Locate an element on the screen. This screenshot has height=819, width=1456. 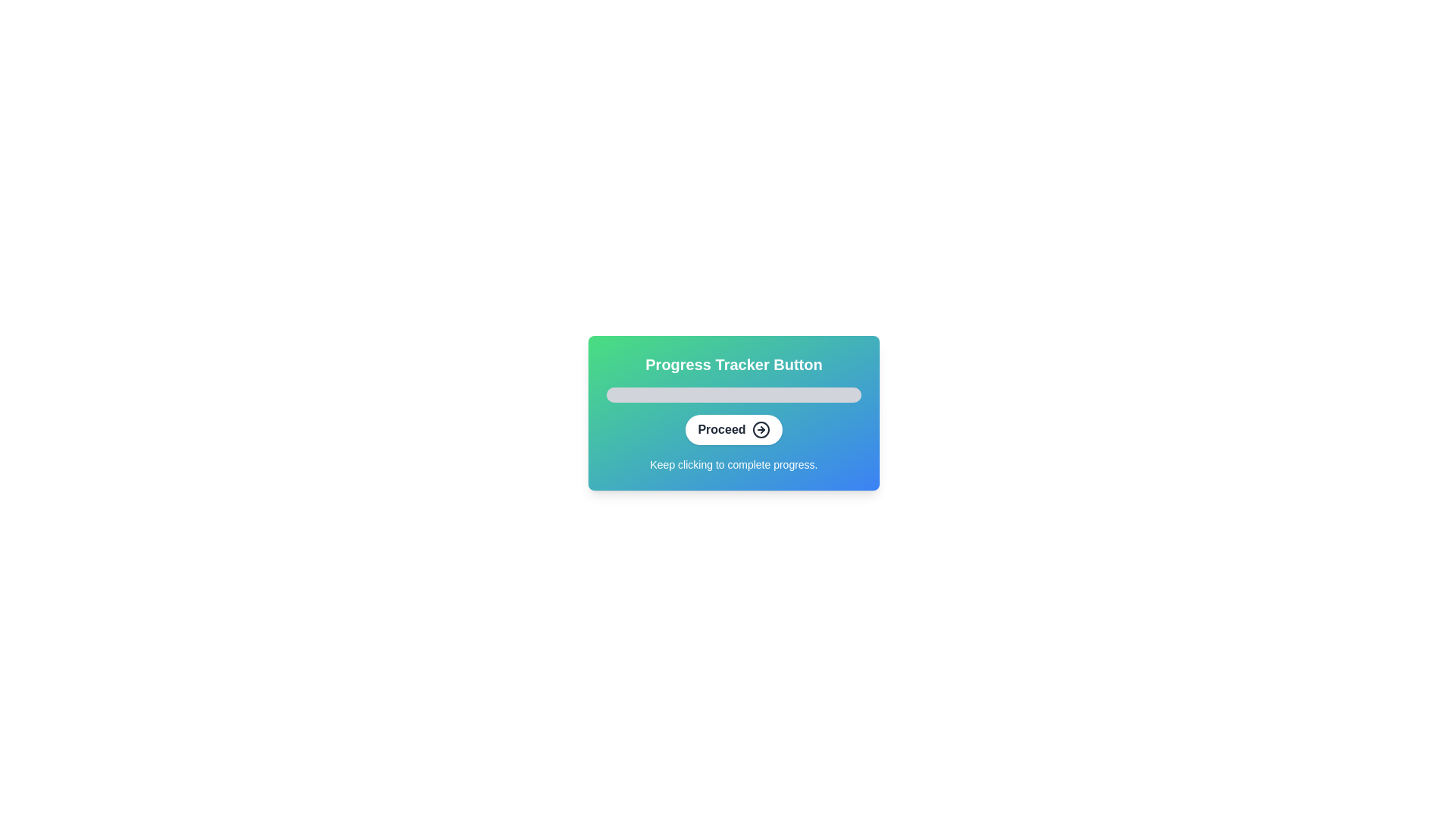
the visual aspect of the circular icon located at the center of the right-pointing arrow within the 'Proceed' button, situated in the lower middle portion of the card-like interface is located at coordinates (761, 430).